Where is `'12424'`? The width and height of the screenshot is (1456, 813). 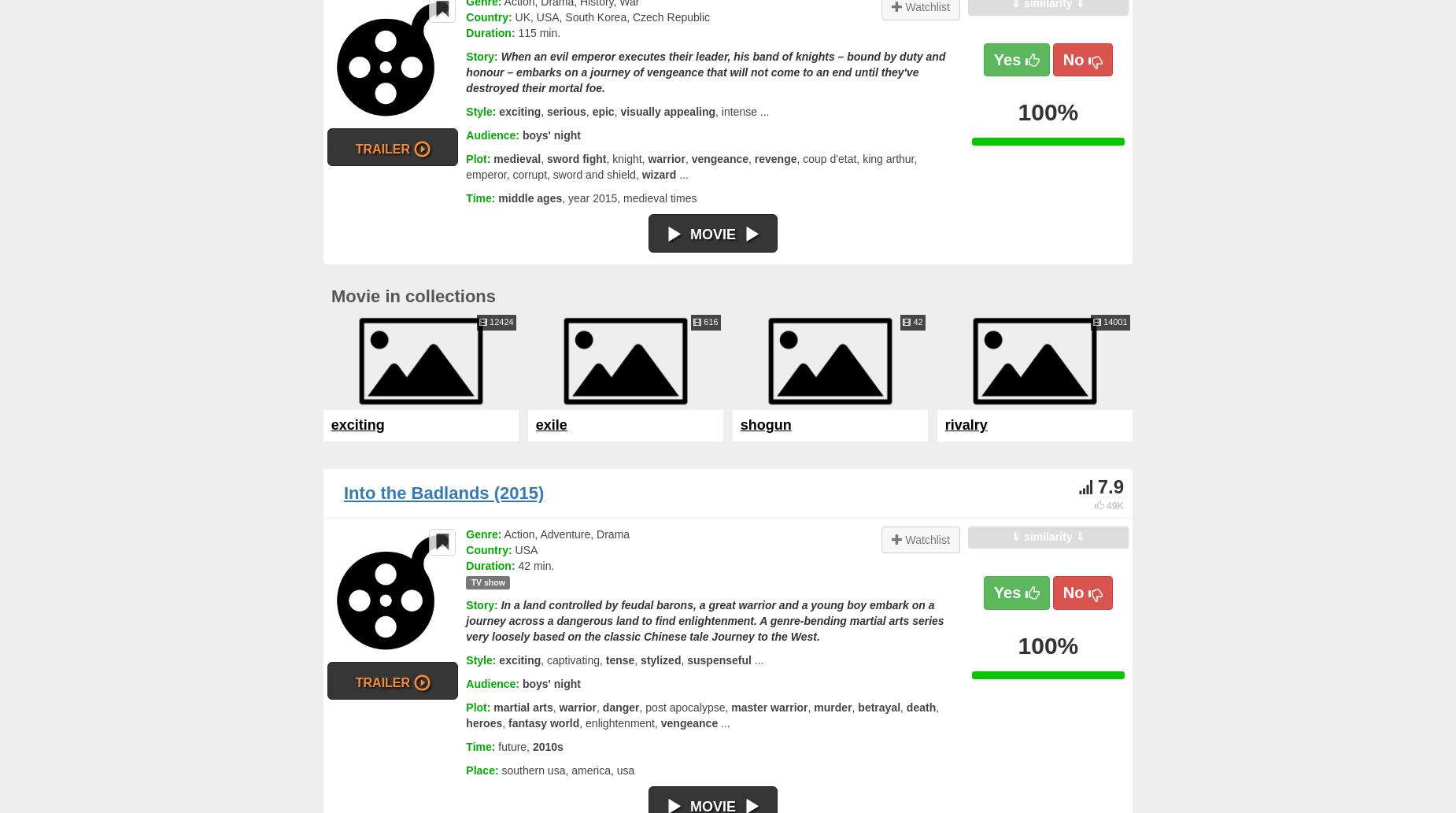 '12424' is located at coordinates (500, 321).